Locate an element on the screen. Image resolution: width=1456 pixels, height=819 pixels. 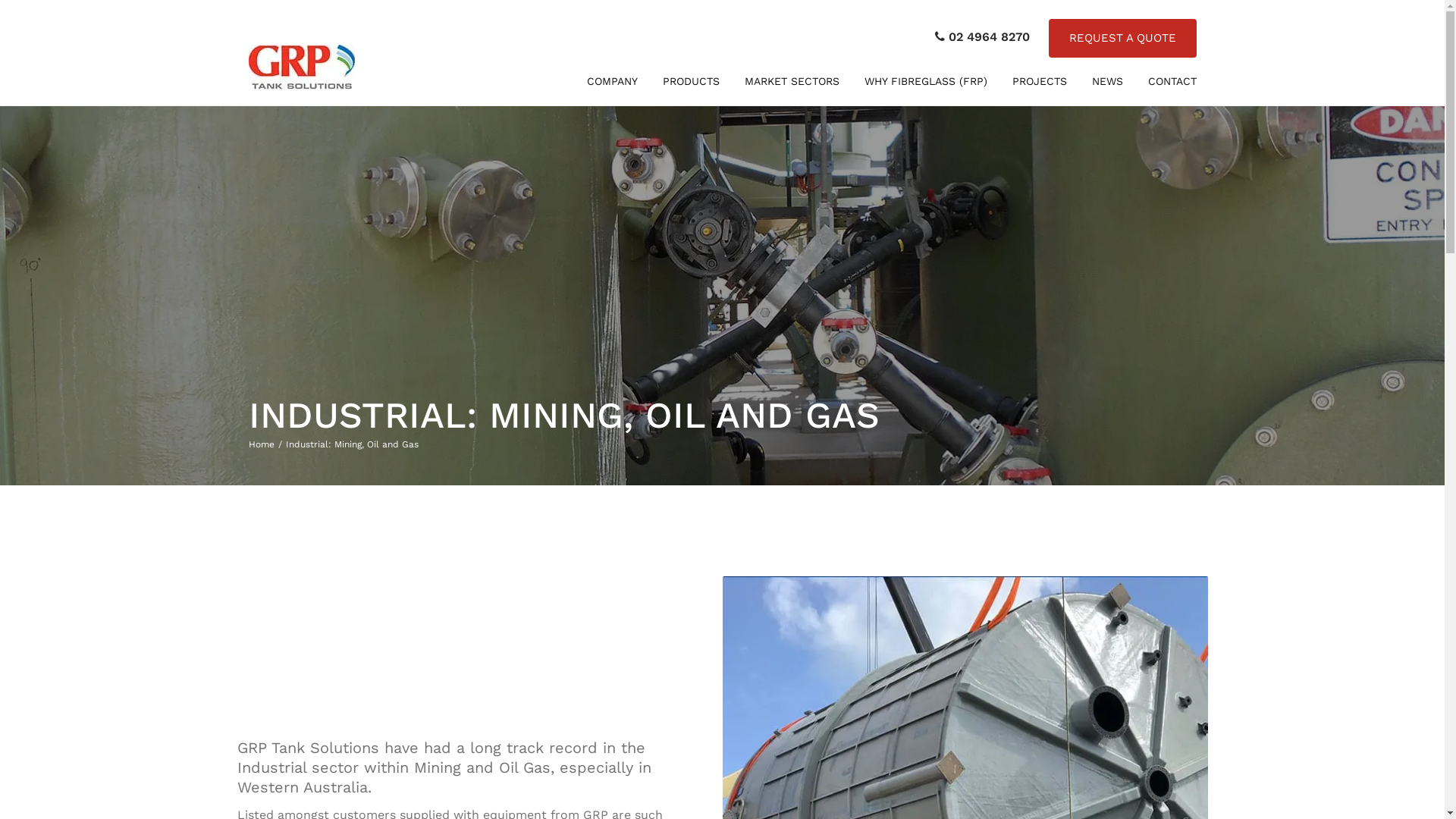
'COMPANY' is located at coordinates (612, 81).